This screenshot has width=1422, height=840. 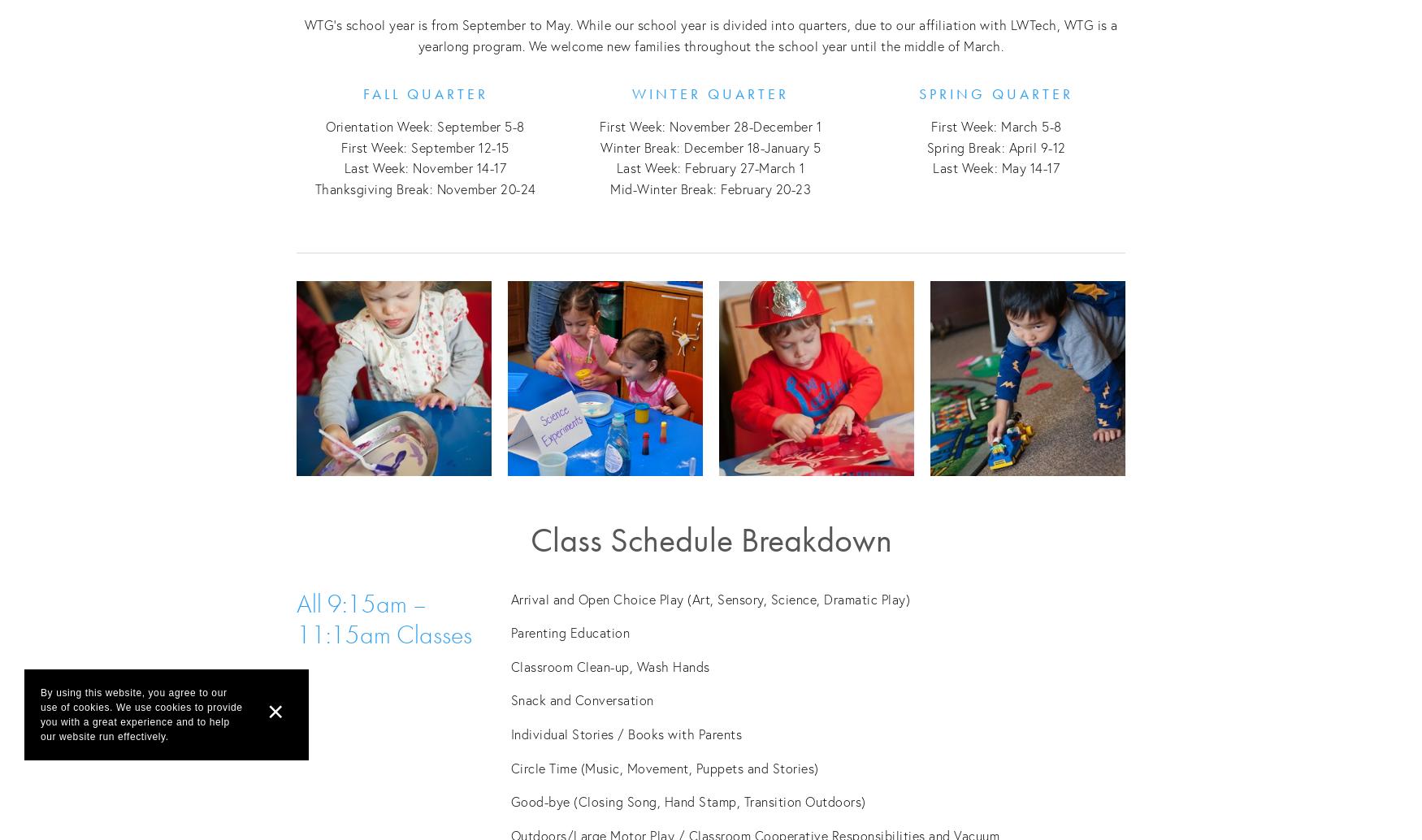 I want to click on 'Fall Quarter', so click(x=424, y=93).